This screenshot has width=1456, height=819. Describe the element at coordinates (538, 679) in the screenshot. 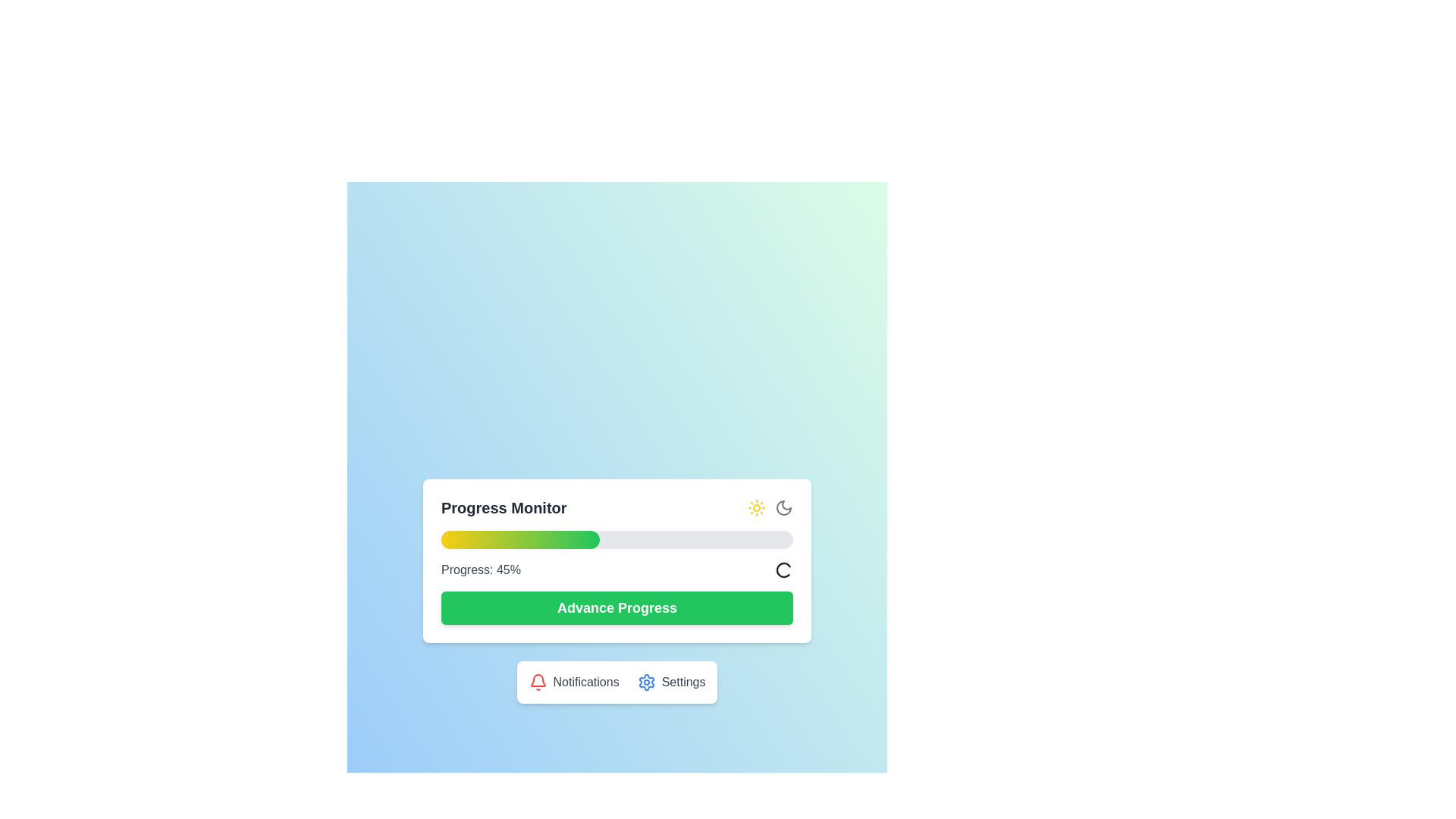

I see `the visual representation of the bell icon, which is the larger bottom region of the bell icon situated to the left of the 'Notifications' text` at that location.